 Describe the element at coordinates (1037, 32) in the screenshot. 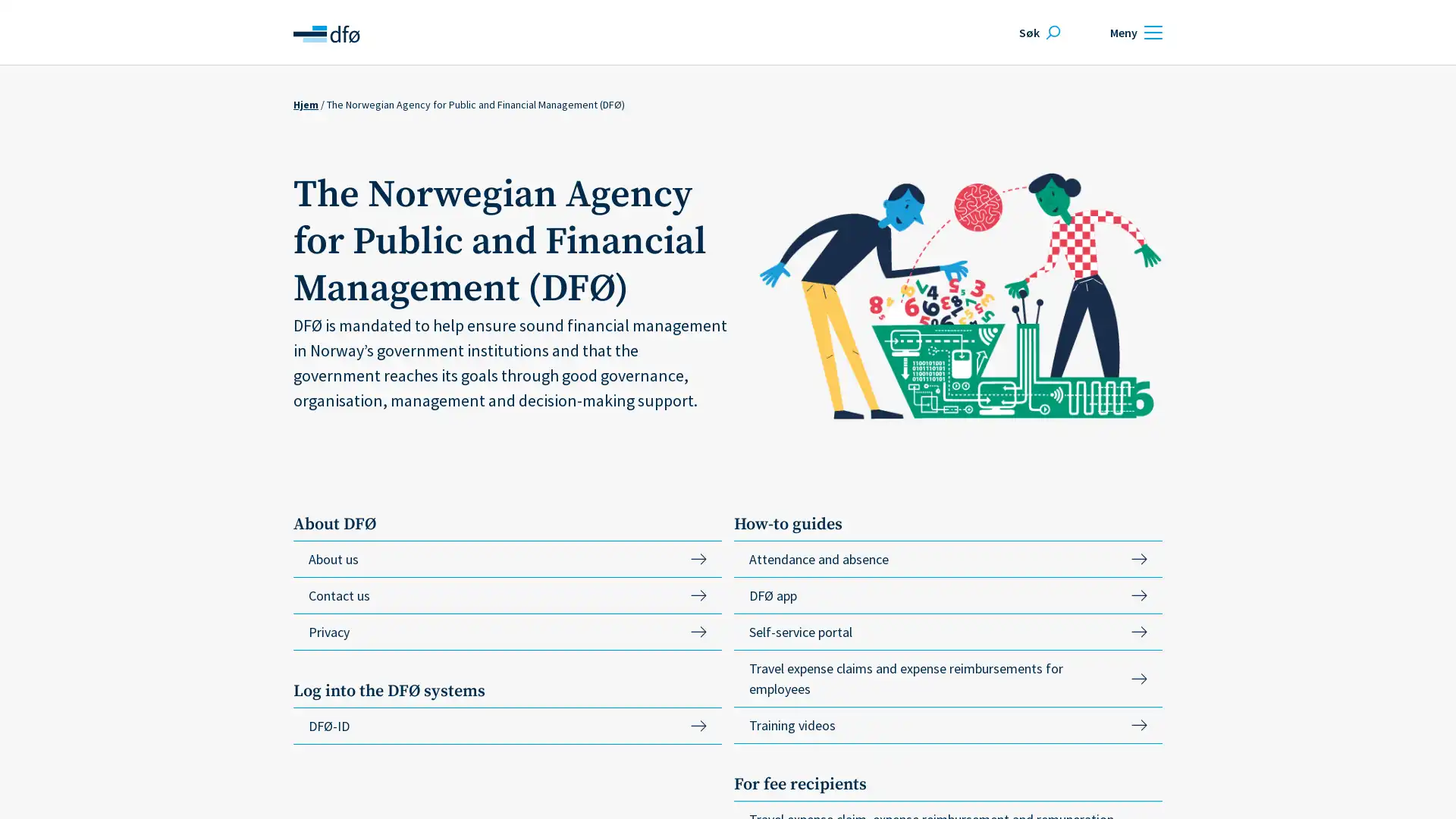

I see `Sk` at that location.